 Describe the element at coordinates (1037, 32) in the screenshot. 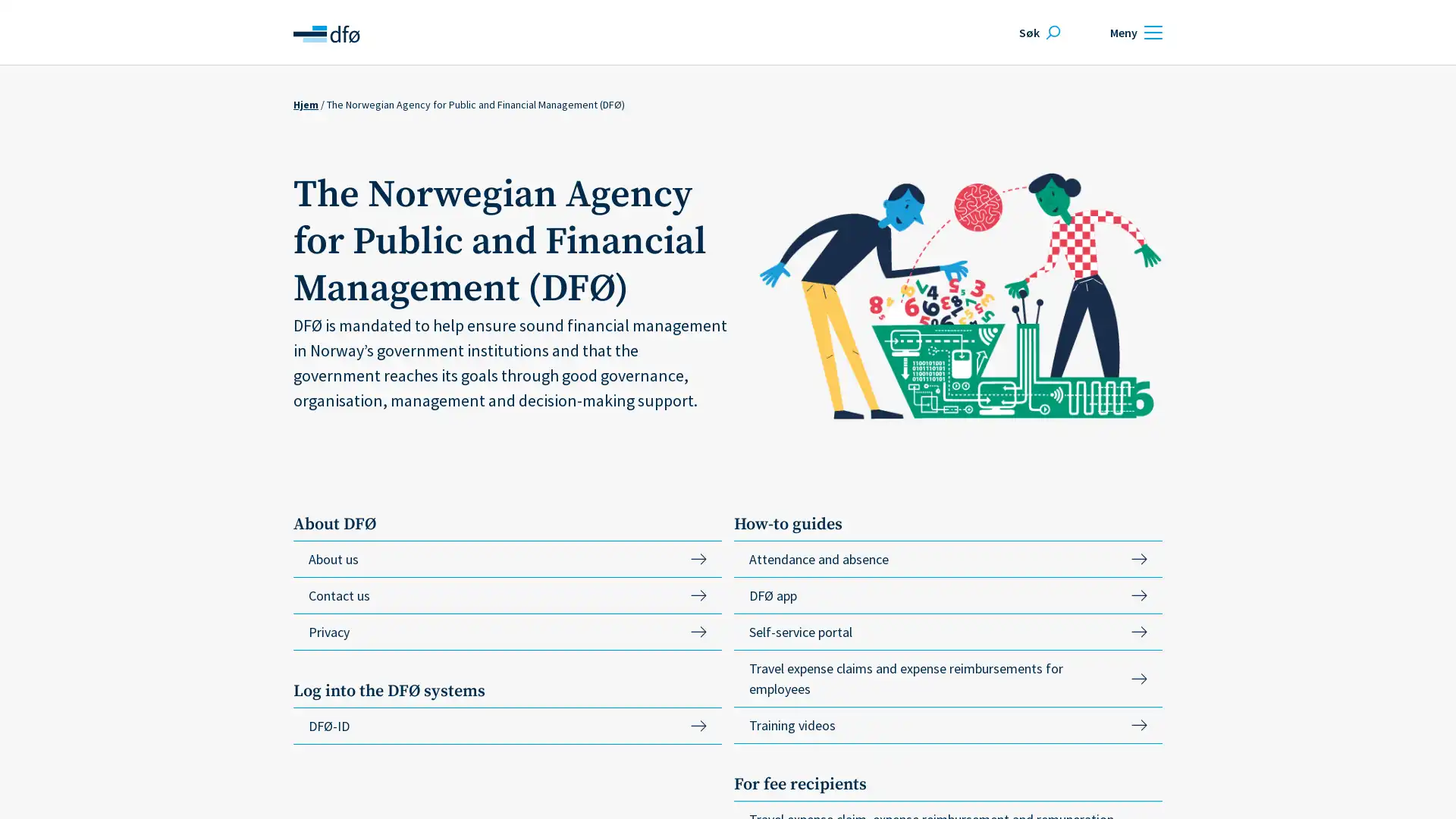

I see `Sk` at that location.